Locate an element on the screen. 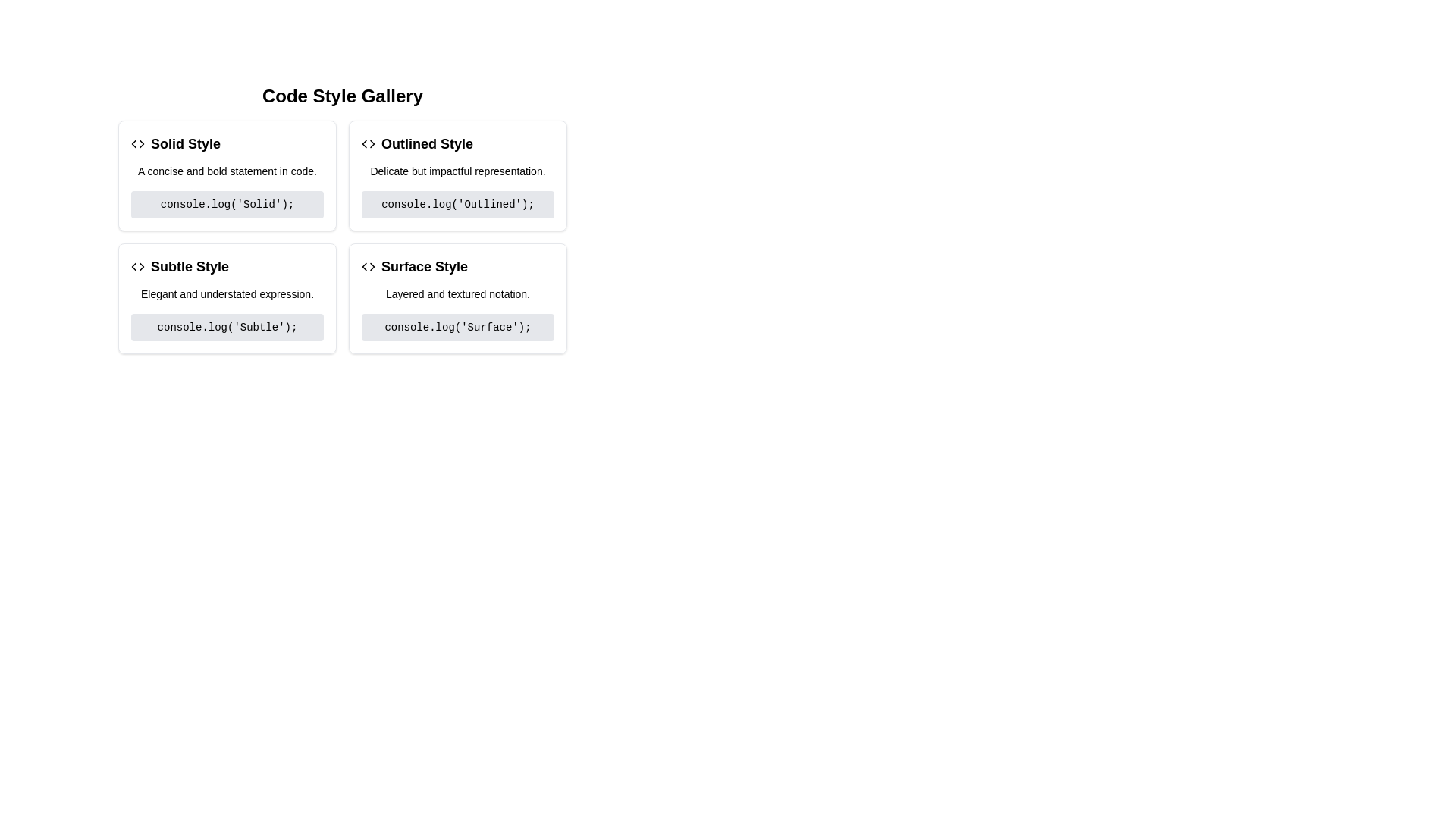 The width and height of the screenshot is (1456, 819). the 'Outlined Style' style option card's title and icon located in the top-right of the 'Code Style Gallery' section is located at coordinates (457, 143).